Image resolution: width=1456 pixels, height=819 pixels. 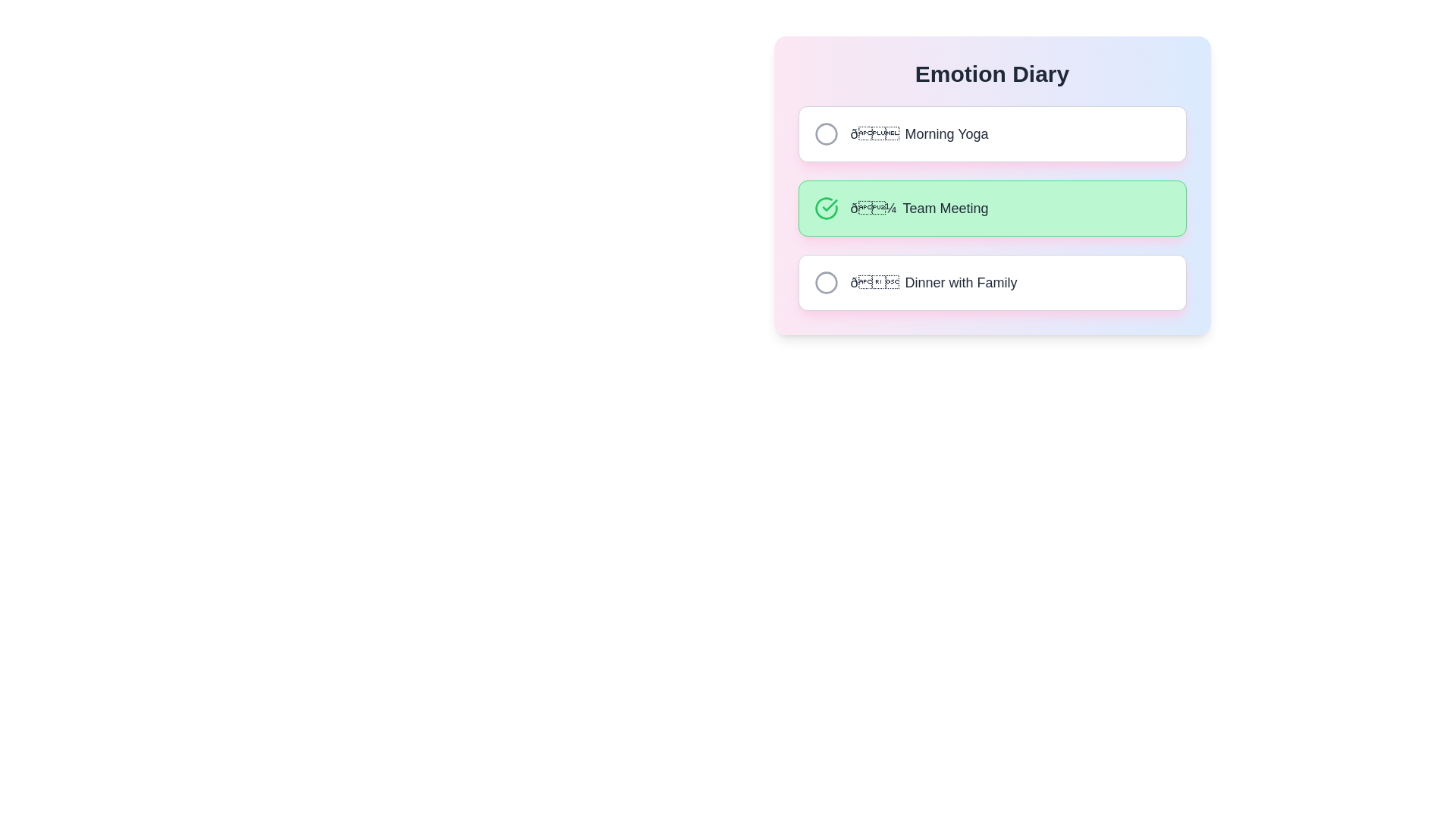 I want to click on the description and image of the diary entry 1, so click(x=992, y=133).